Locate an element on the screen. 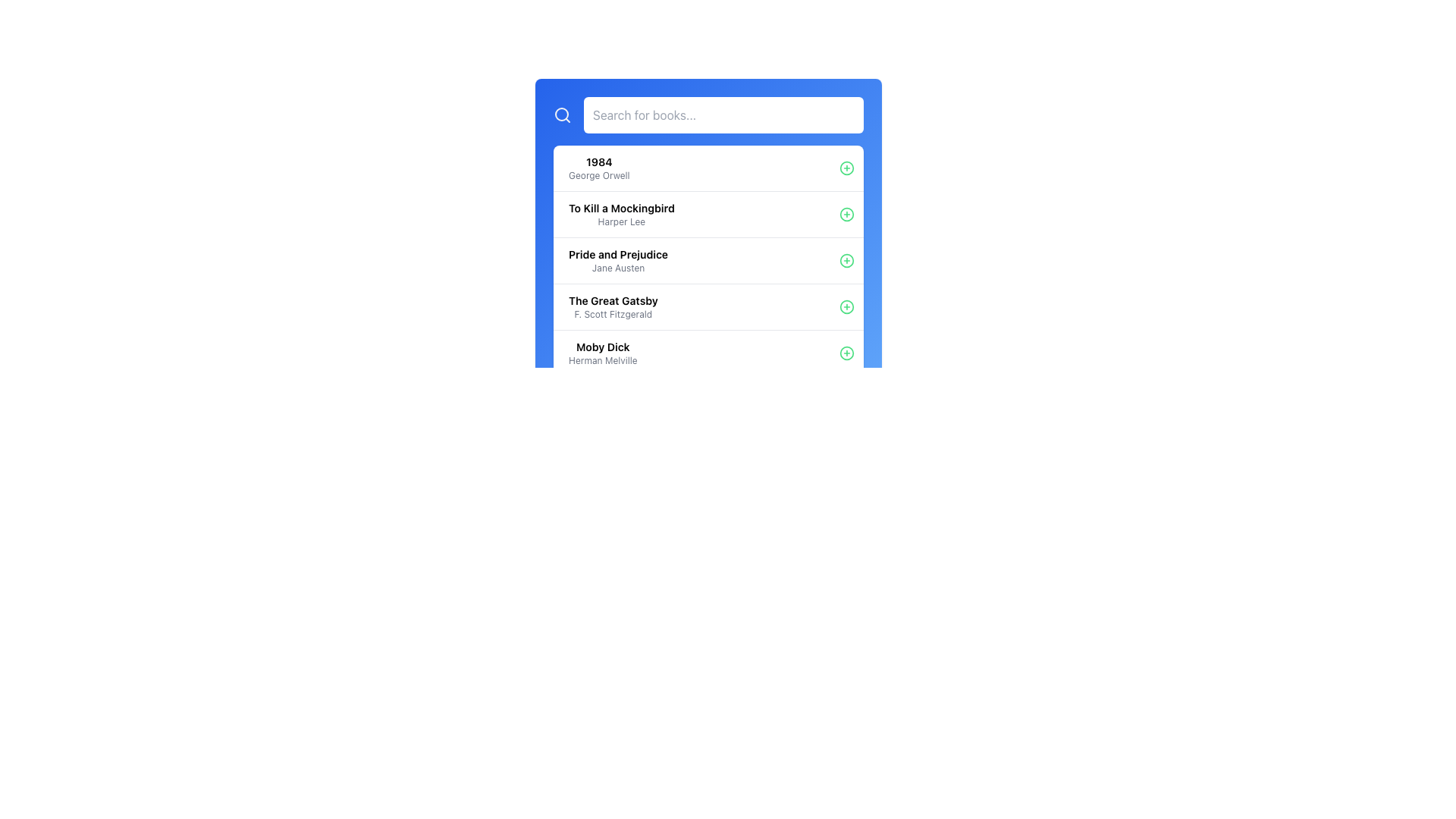  the circular green outlined button with a '+' sign, located to the right of the book title 'Pride and Prejudice' and author 'Jane Austen' is located at coordinates (846, 259).